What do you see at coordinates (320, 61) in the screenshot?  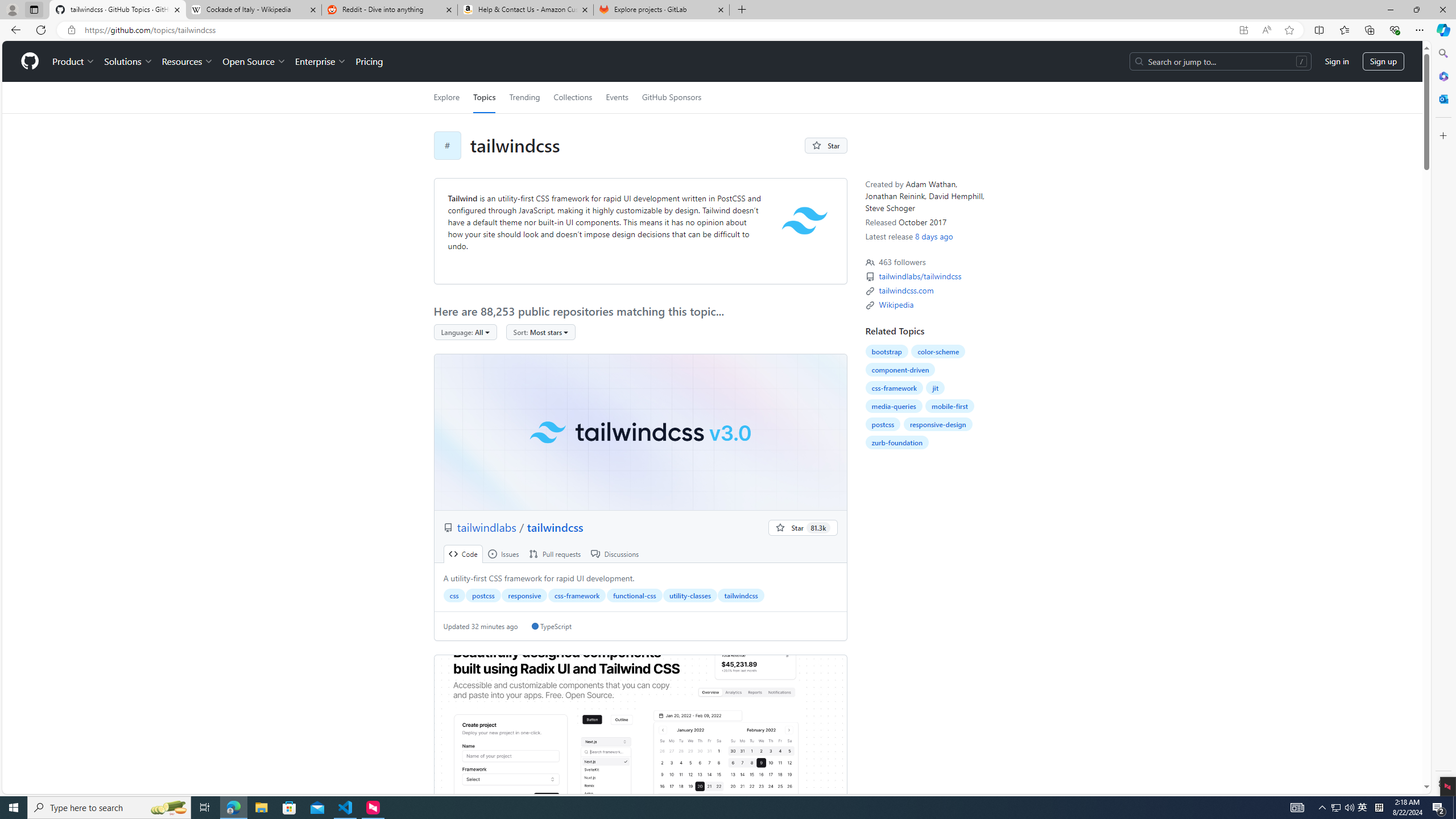 I see `'Enterprise'` at bounding box center [320, 61].